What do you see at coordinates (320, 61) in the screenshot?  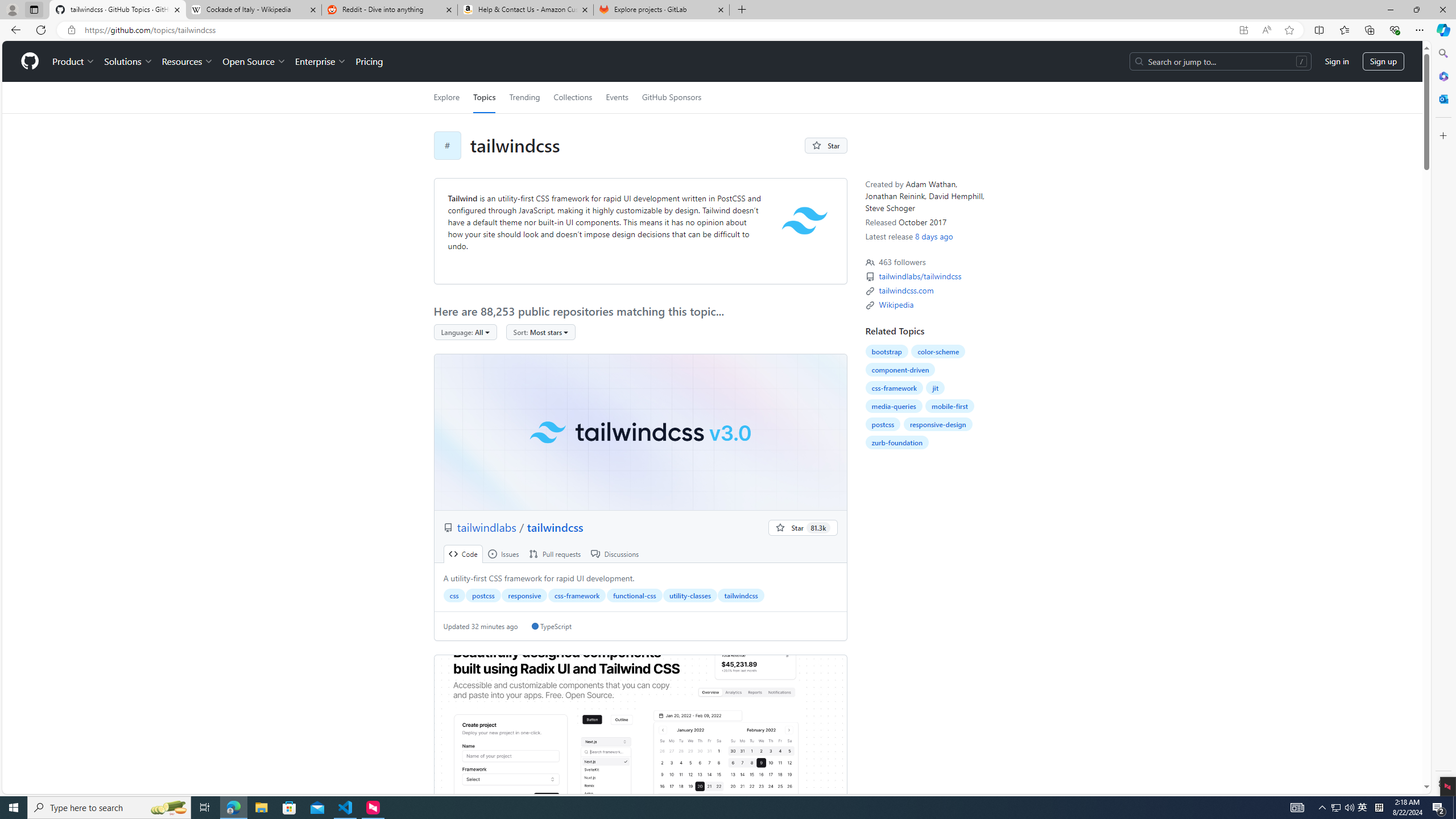 I see `'Enterprise'` at bounding box center [320, 61].